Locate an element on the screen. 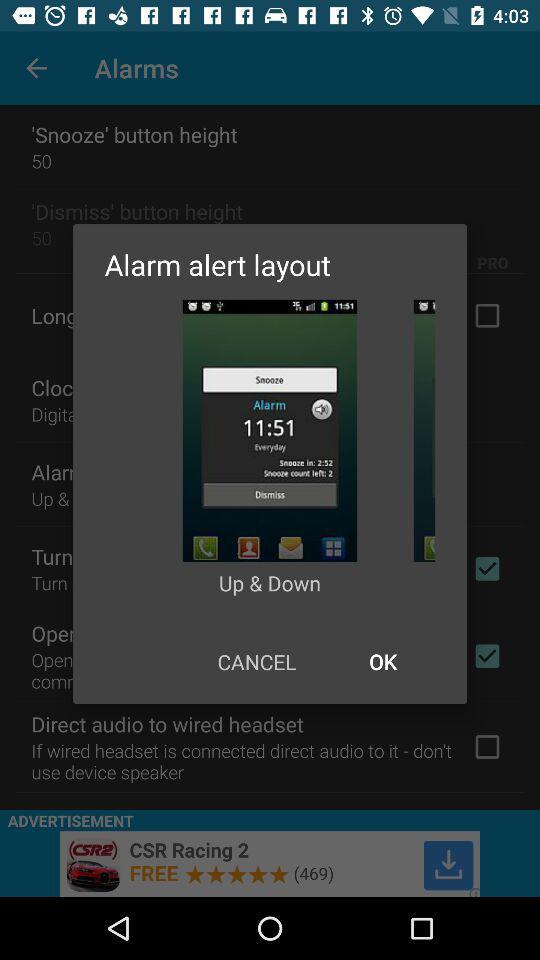  icon at the bottom right corner is located at coordinates (382, 661).